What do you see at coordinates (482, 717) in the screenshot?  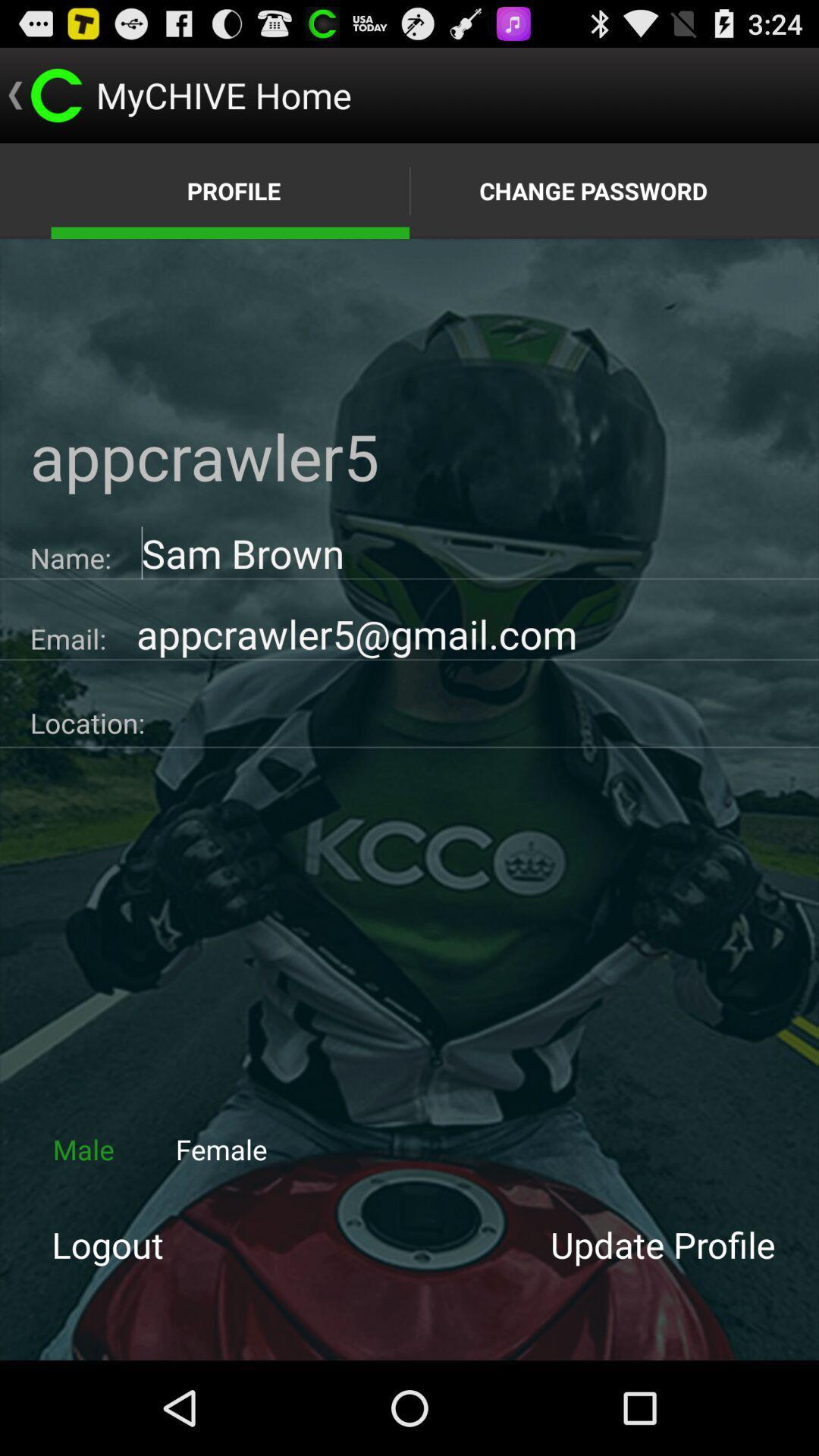 I see `to enter location information` at bounding box center [482, 717].